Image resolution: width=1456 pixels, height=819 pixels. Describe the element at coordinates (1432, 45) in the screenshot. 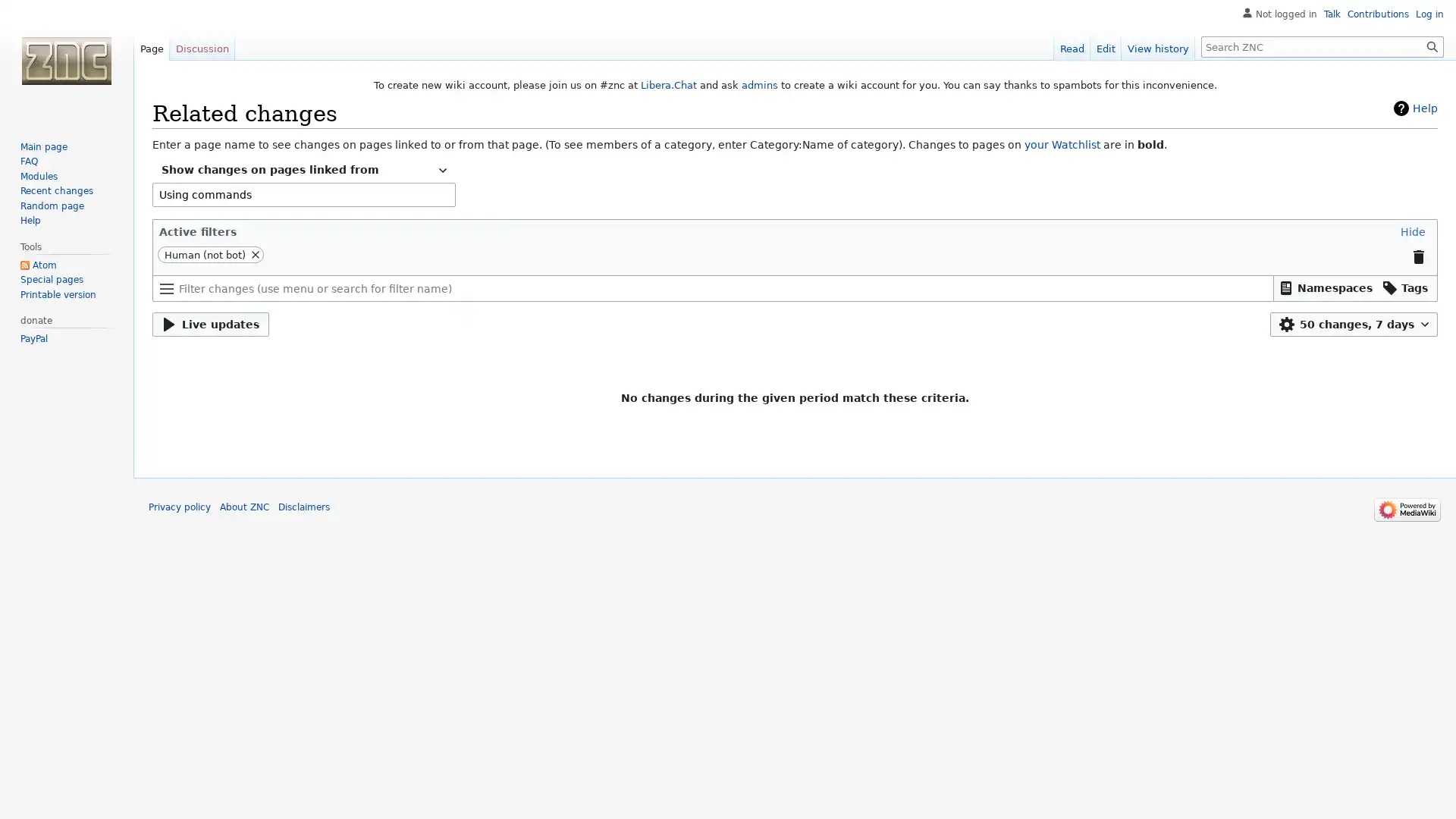

I see `Search` at that location.